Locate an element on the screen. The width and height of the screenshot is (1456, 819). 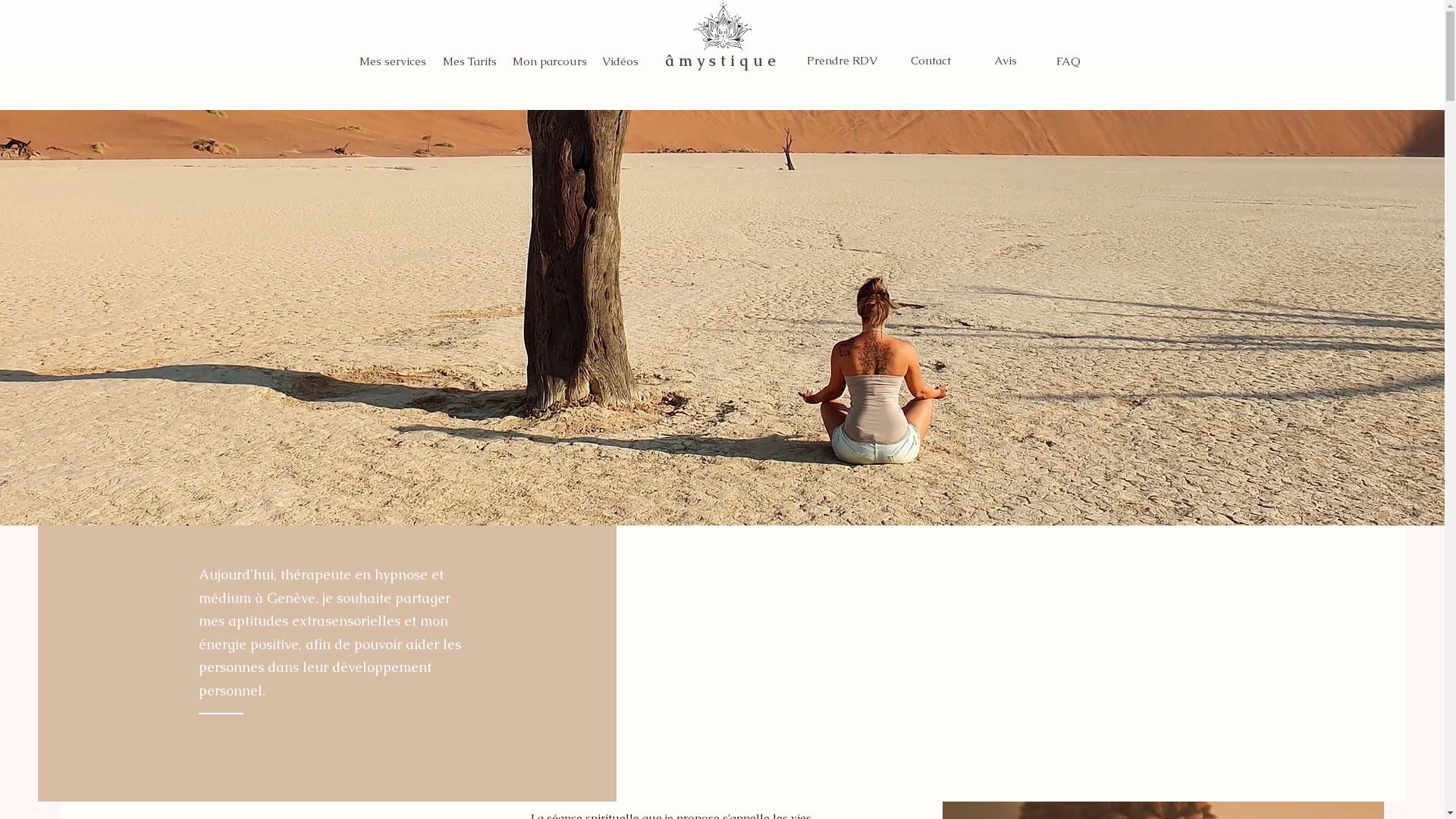
'Prendre RDV' is located at coordinates (841, 60).